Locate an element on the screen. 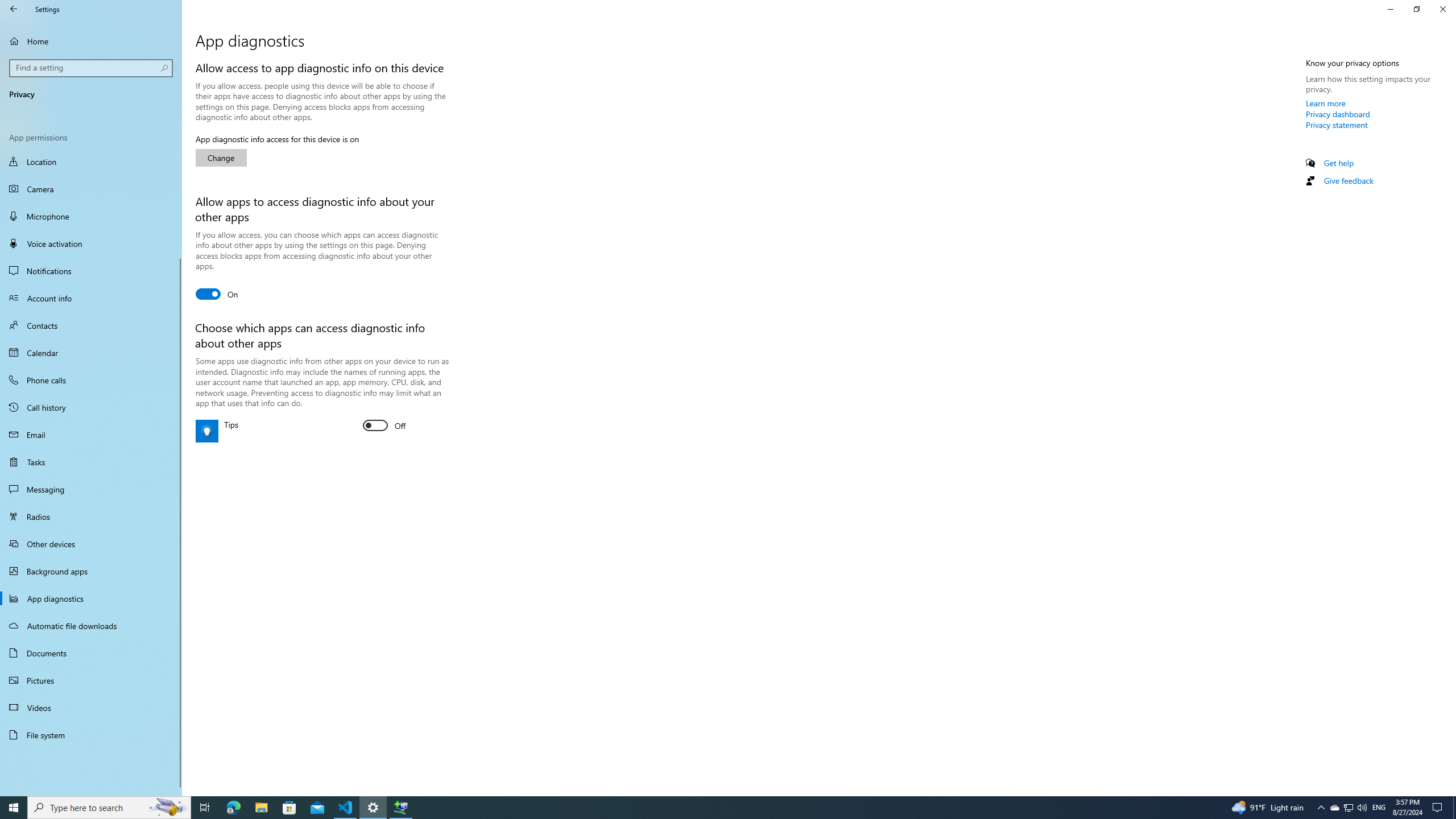 This screenshot has width=1456, height=819. 'Contacts' is located at coordinates (90, 325).